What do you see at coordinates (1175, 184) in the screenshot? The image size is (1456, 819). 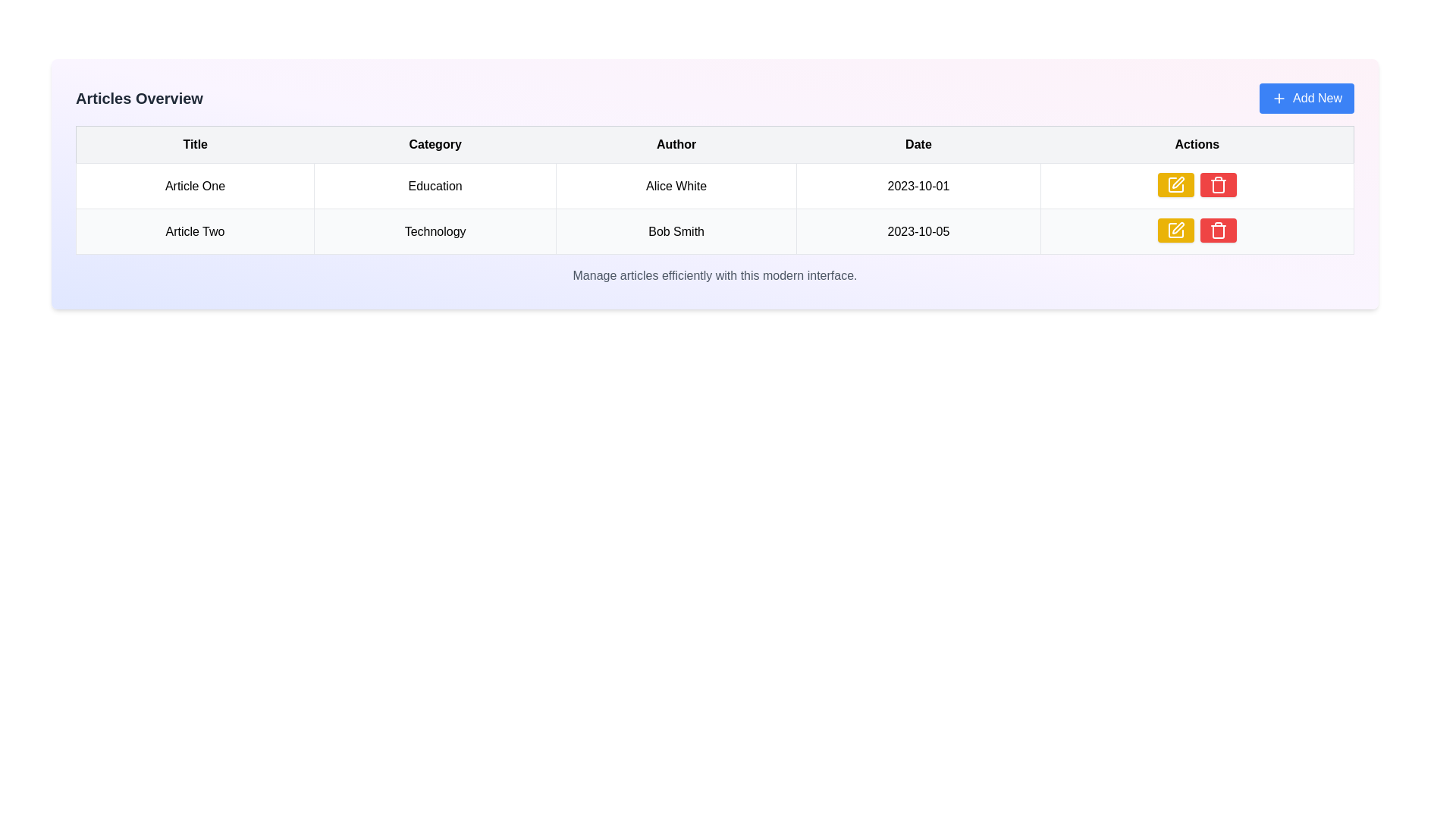 I see `the 'Edit' icon button located in the 'Actions' column of the first row of the table` at bounding box center [1175, 184].